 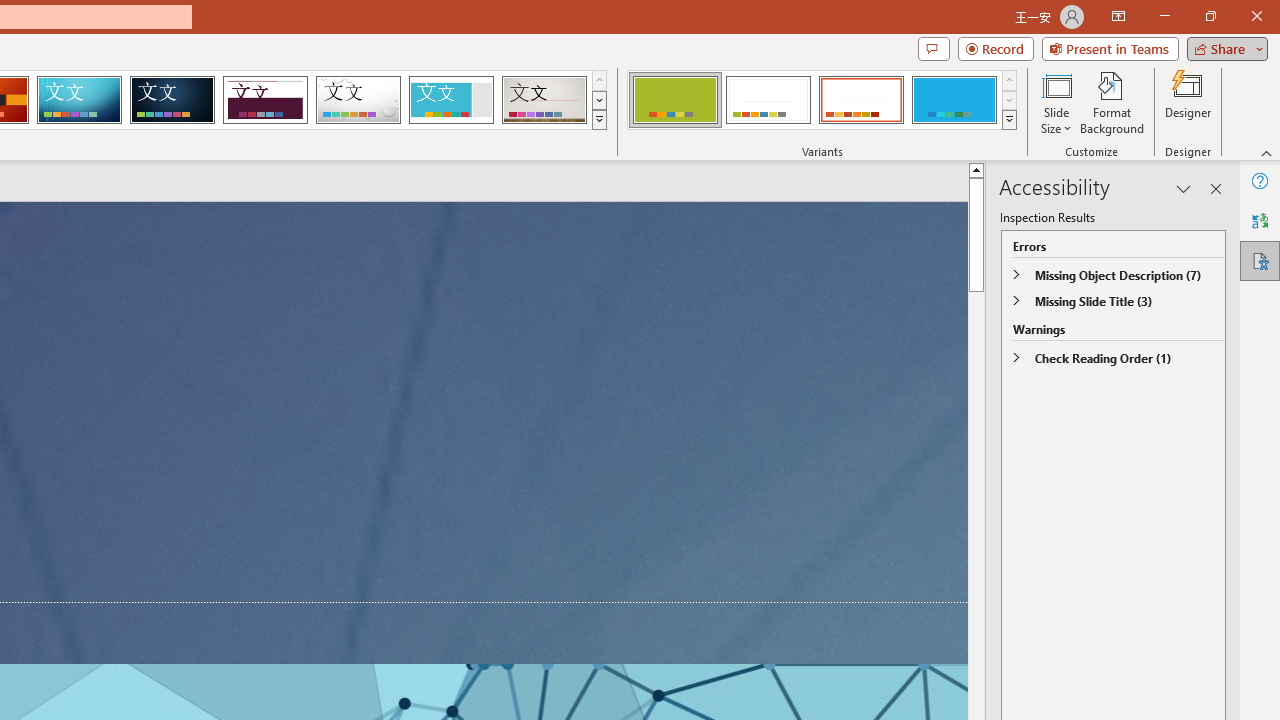 I want to click on 'Damask', so click(x=172, y=100).